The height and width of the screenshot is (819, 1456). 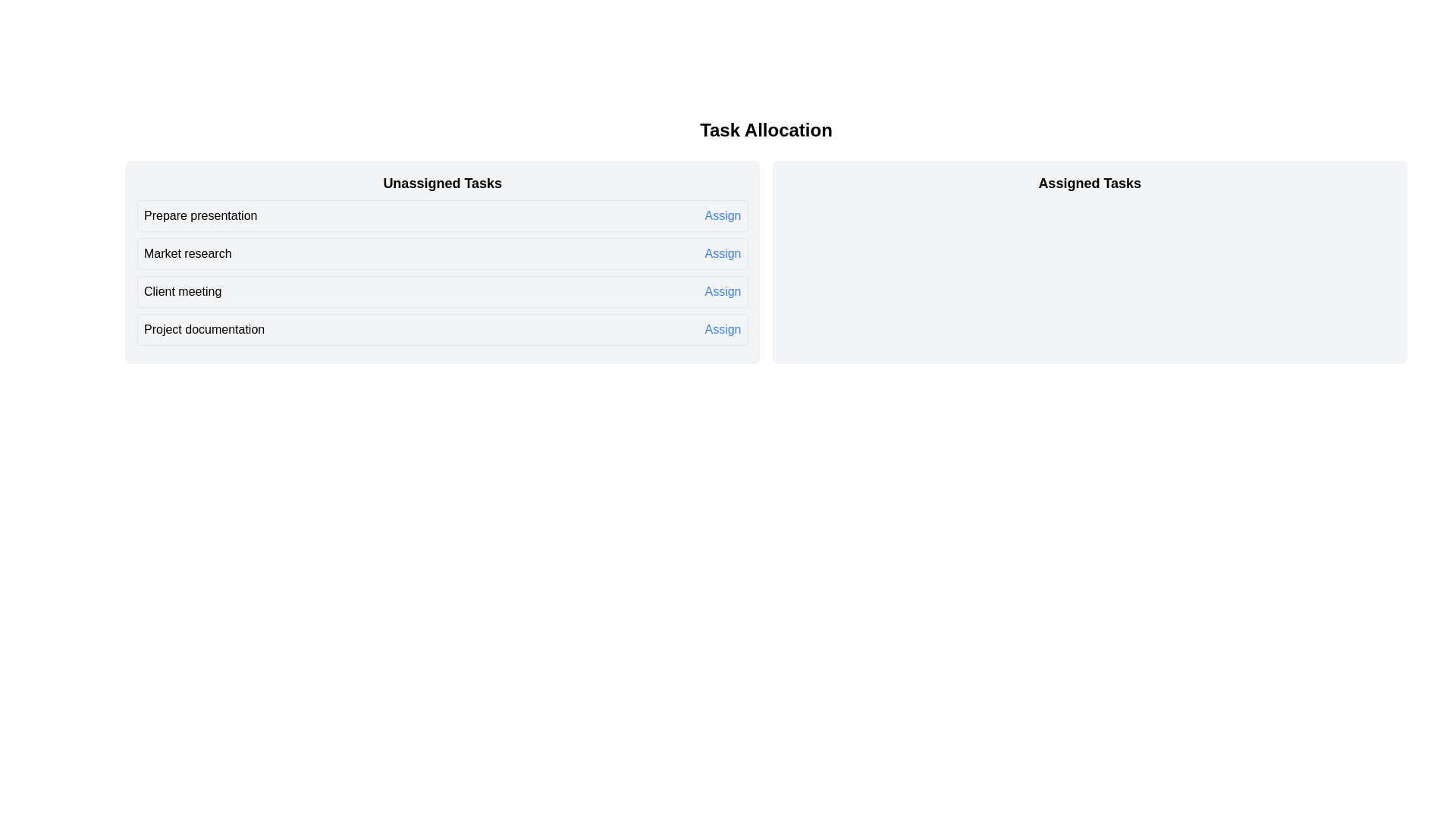 I want to click on the text label displaying 'Client meeting' in the 'Unassigned Tasks' section of the task management interface, so click(x=182, y=292).